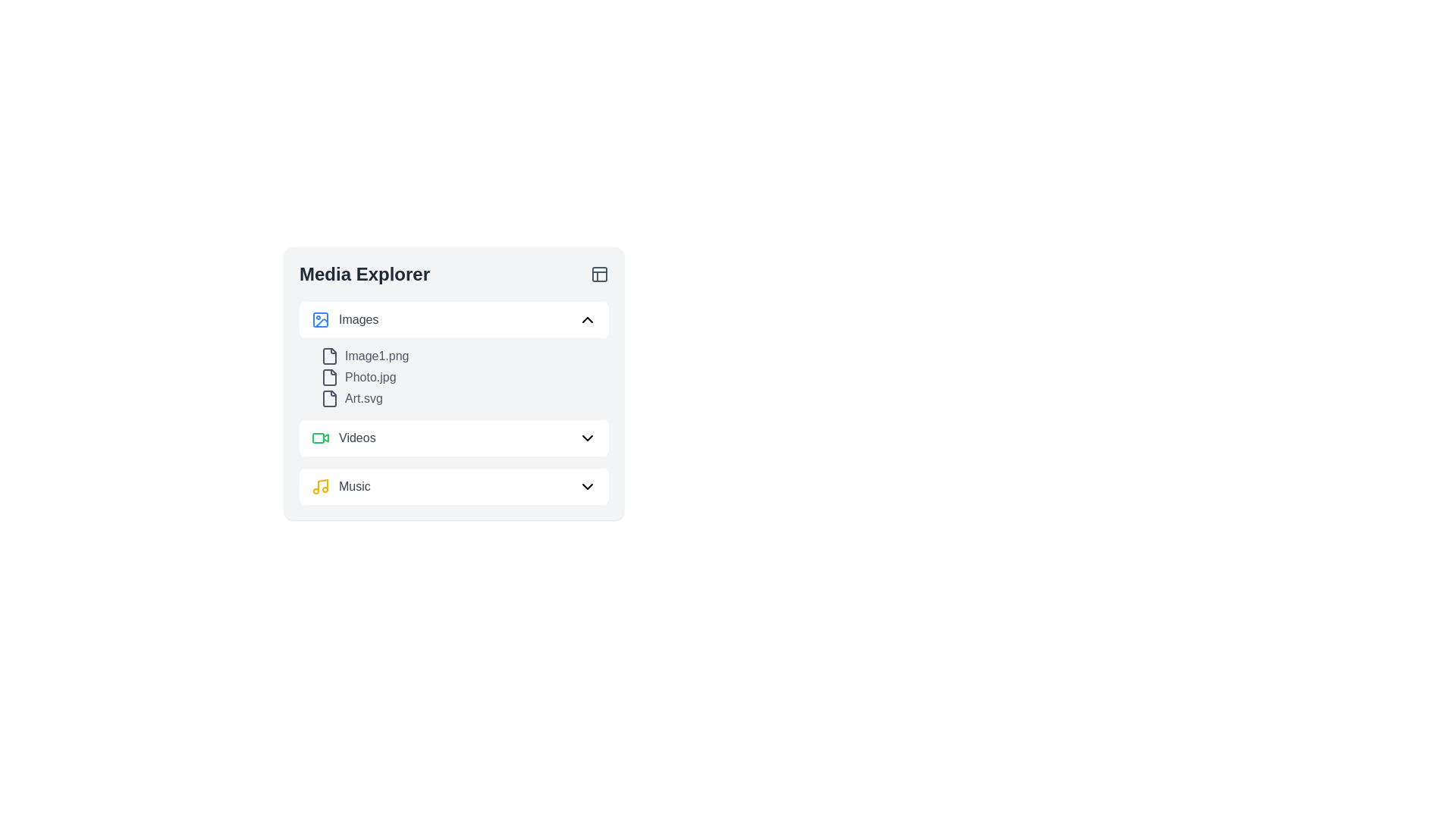 This screenshot has width=1456, height=819. What do you see at coordinates (319, 486) in the screenshot?
I see `the orange musical note icon with a circular yellow color located to the left of the 'Music' text in the Media Explorer panel` at bounding box center [319, 486].